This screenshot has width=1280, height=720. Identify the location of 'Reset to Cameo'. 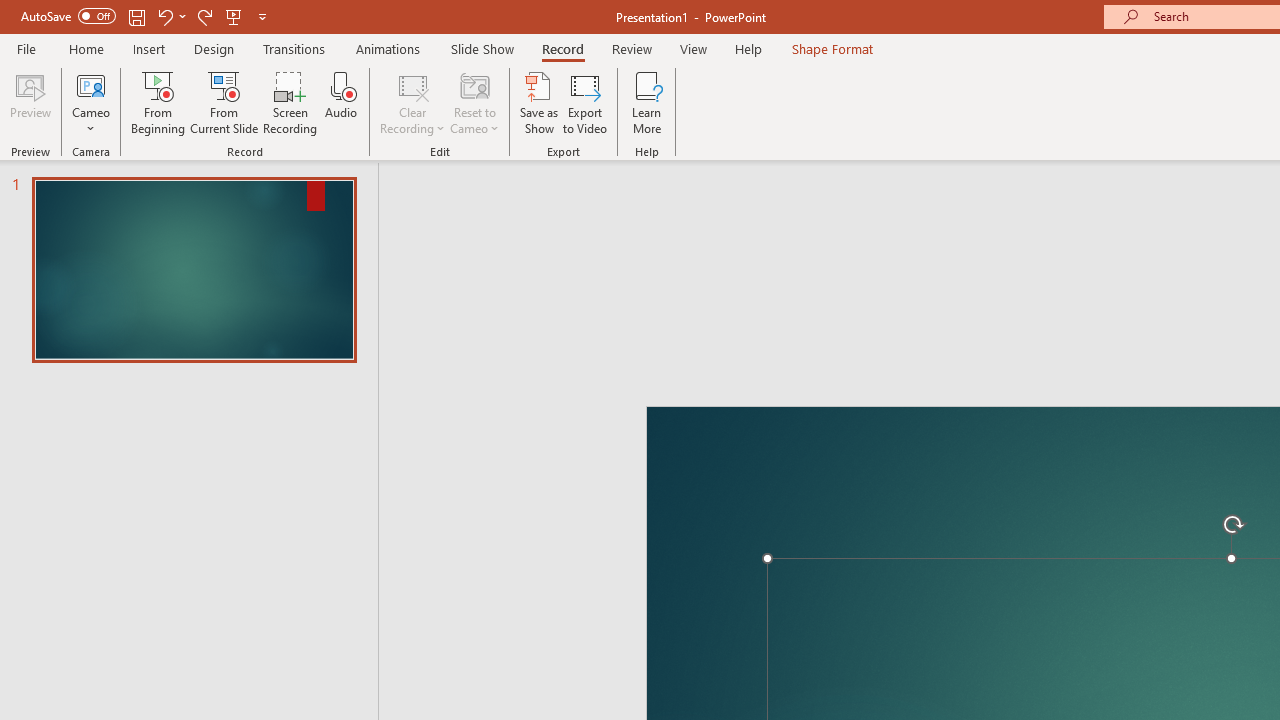
(473, 103).